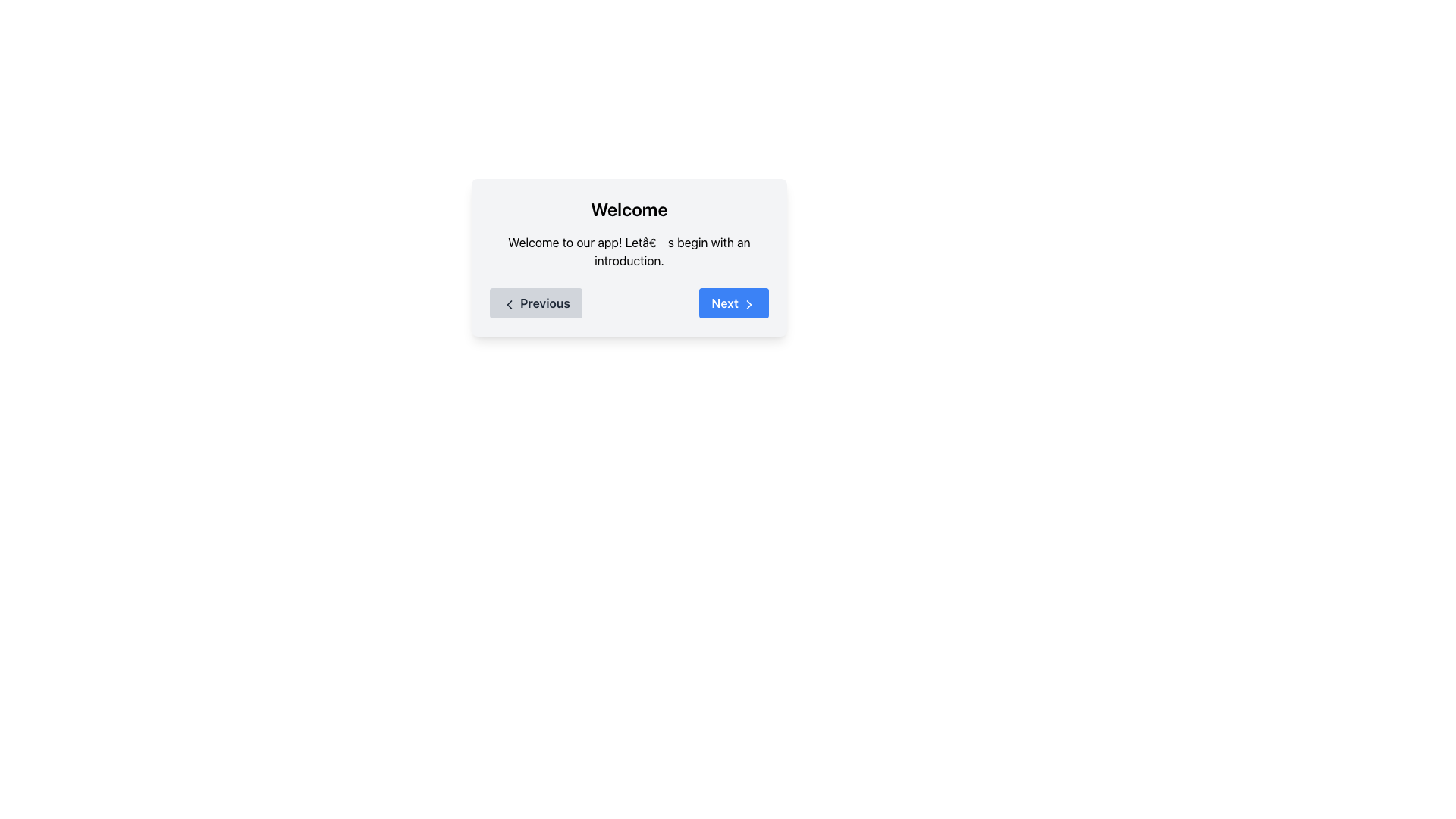 The width and height of the screenshot is (1456, 819). I want to click on the navigation indicator icon located to the right of the 'Next' button text label, so click(748, 304).